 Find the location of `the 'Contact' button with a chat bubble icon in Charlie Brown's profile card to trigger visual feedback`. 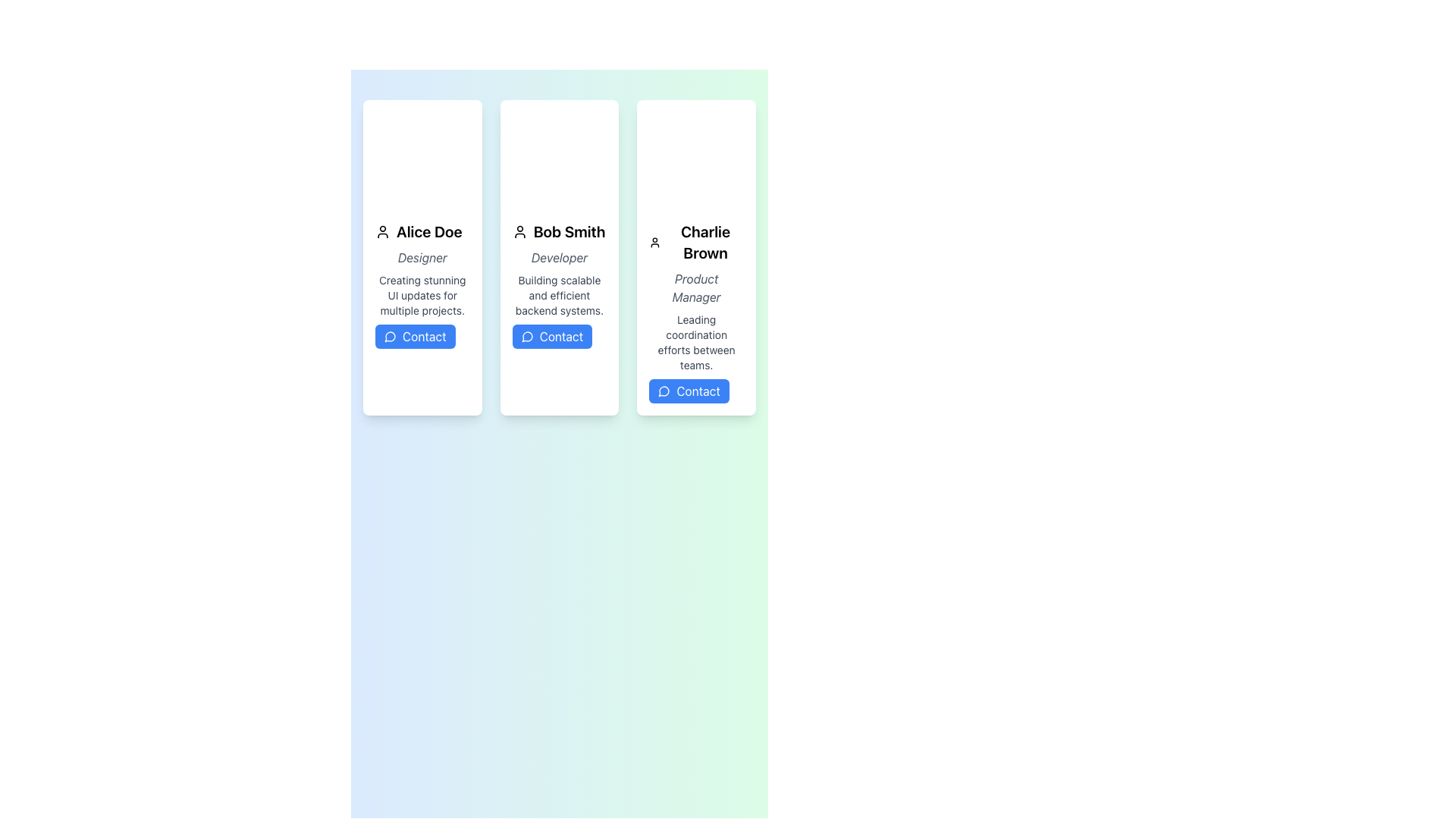

the 'Contact' button with a chat bubble icon in Charlie Brown's profile card to trigger visual feedback is located at coordinates (689, 391).